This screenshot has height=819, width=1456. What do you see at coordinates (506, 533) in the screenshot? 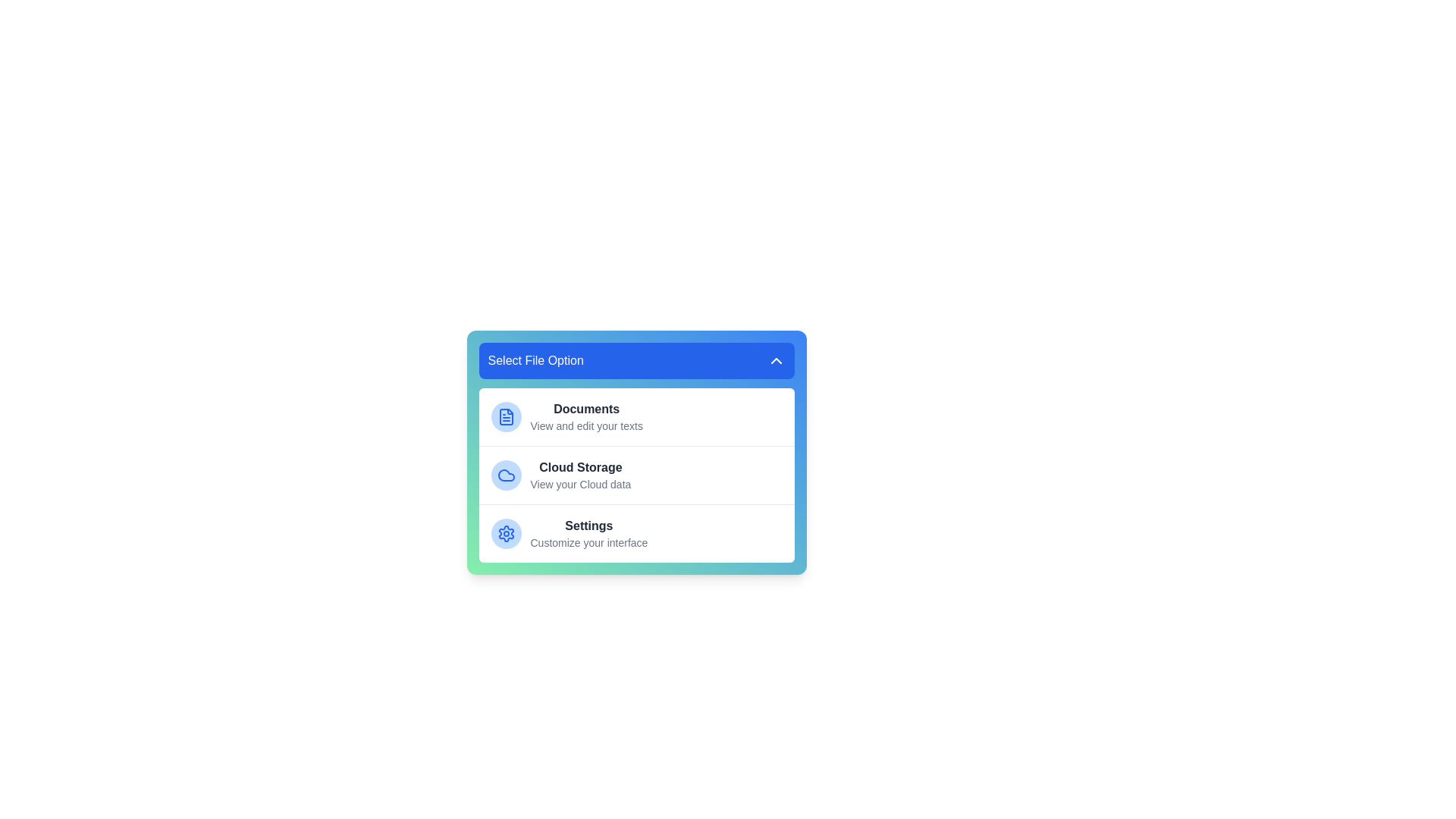
I see `the gear-shaped icon located within the 'Select File Option' dropdown, adjacent to the 'Settings' label` at bounding box center [506, 533].